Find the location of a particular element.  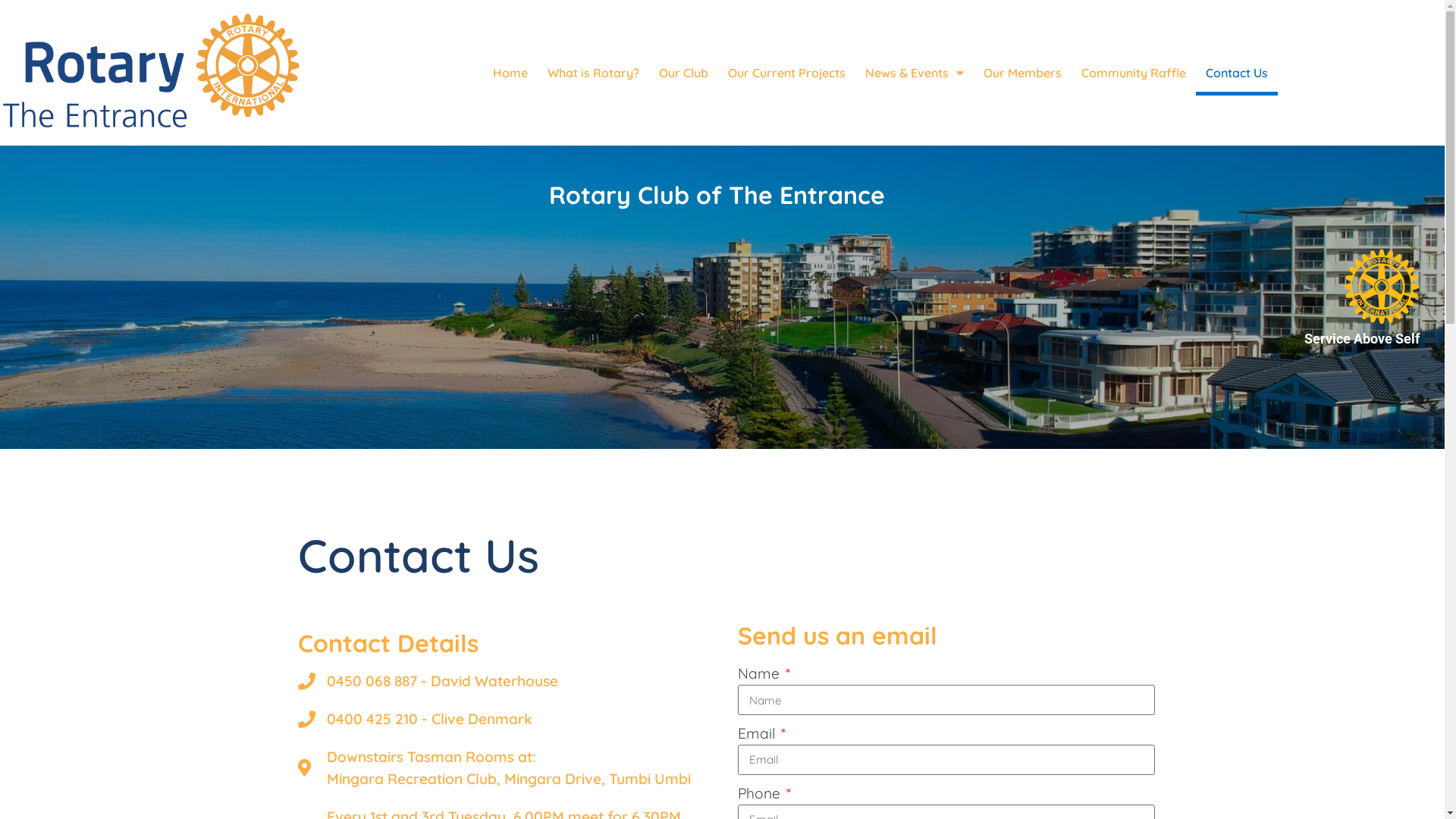

'Community Raffle' is located at coordinates (1133, 73).